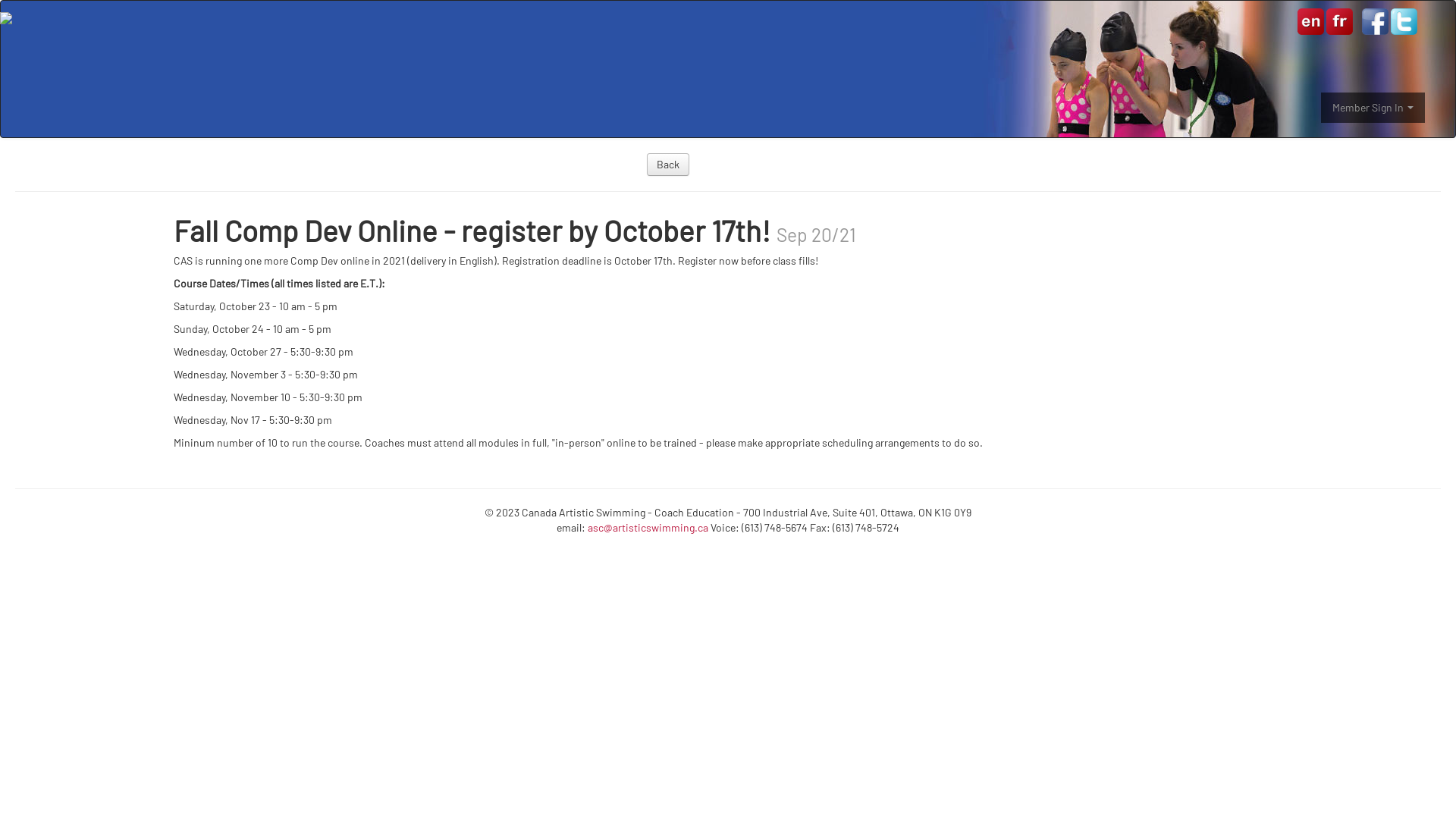 This screenshot has height=819, width=1456. I want to click on 'Back', so click(667, 164).